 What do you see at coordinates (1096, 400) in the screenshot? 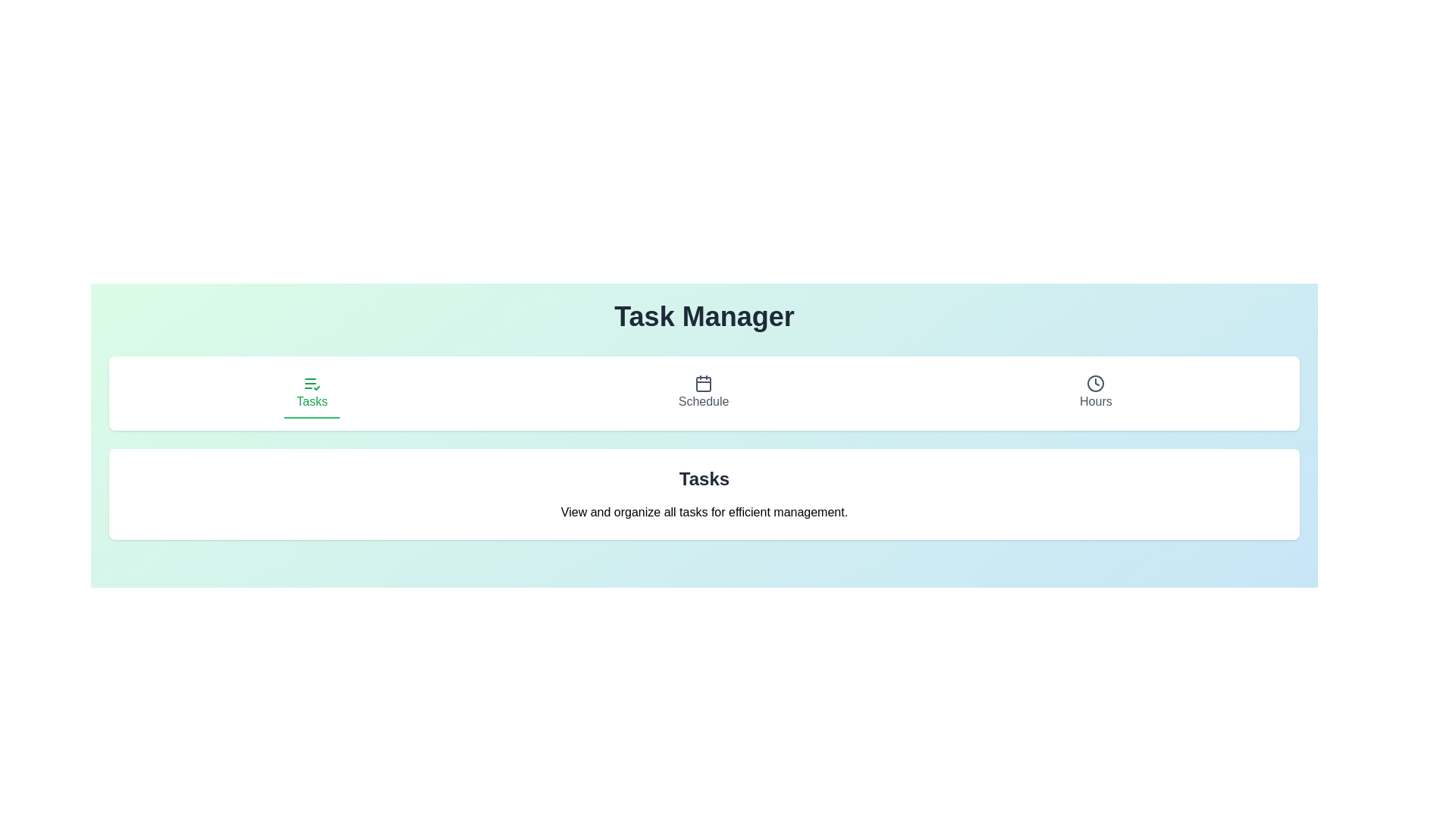
I see `the 'Hours' text label, which is part of a button-like UI component located beneath a clock icon` at bounding box center [1096, 400].